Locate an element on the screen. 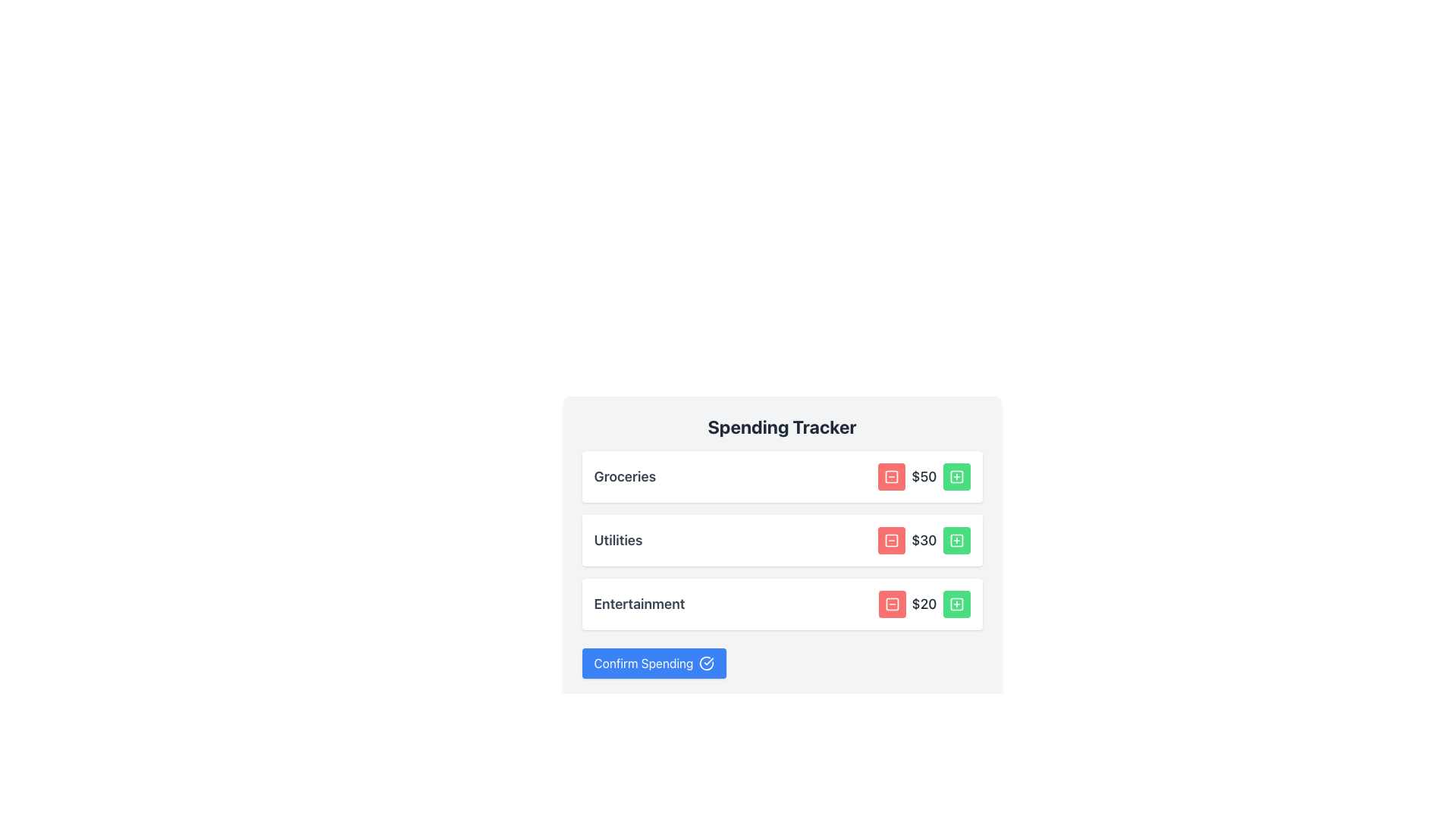  the small, rounded green button with a plus icon is located at coordinates (955, 475).